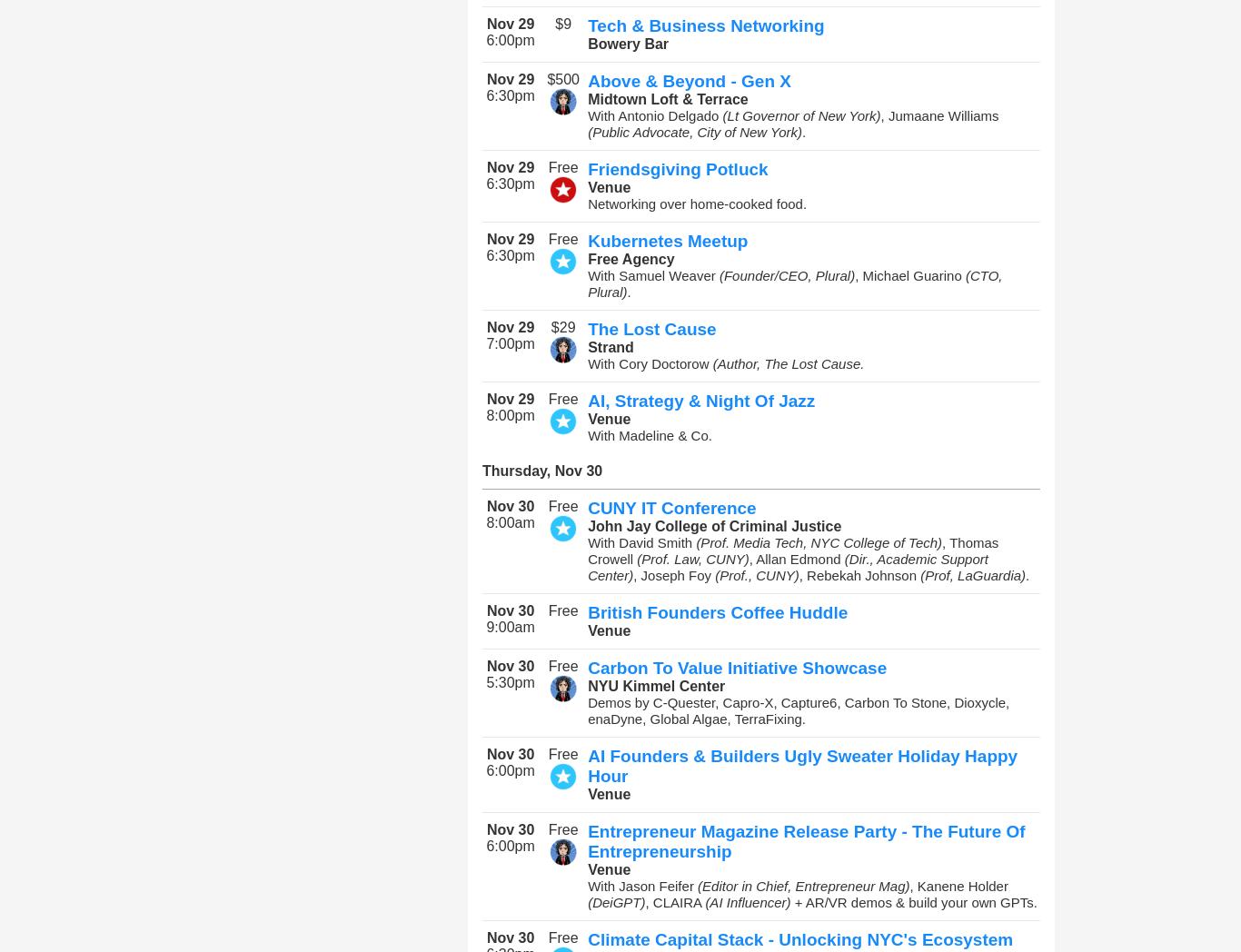 Image resolution: width=1241 pixels, height=952 pixels. What do you see at coordinates (787, 566) in the screenshot?
I see `'(Dir., Academic Support Center)'` at bounding box center [787, 566].